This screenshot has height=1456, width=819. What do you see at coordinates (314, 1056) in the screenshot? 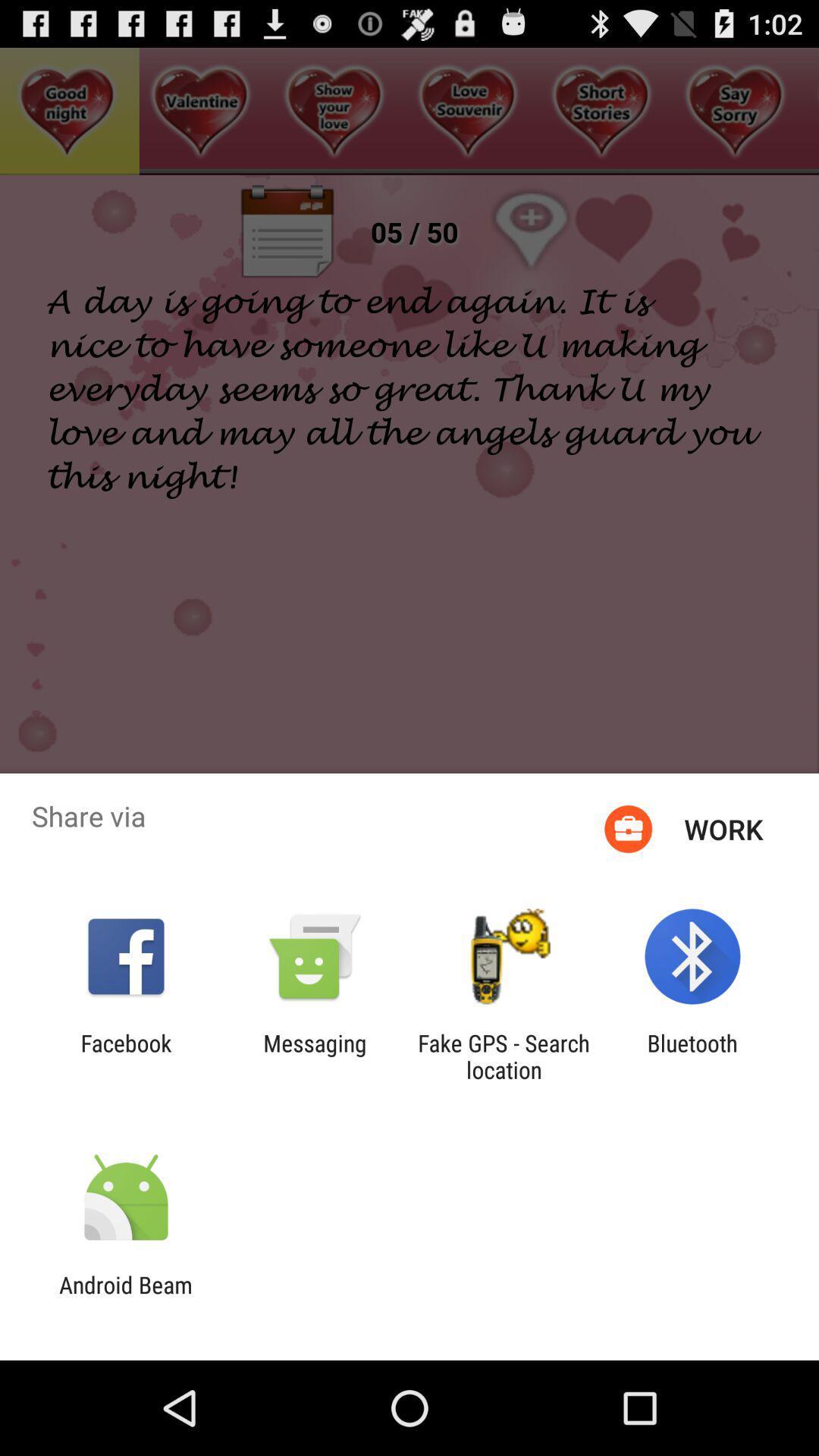
I see `the messaging` at bounding box center [314, 1056].